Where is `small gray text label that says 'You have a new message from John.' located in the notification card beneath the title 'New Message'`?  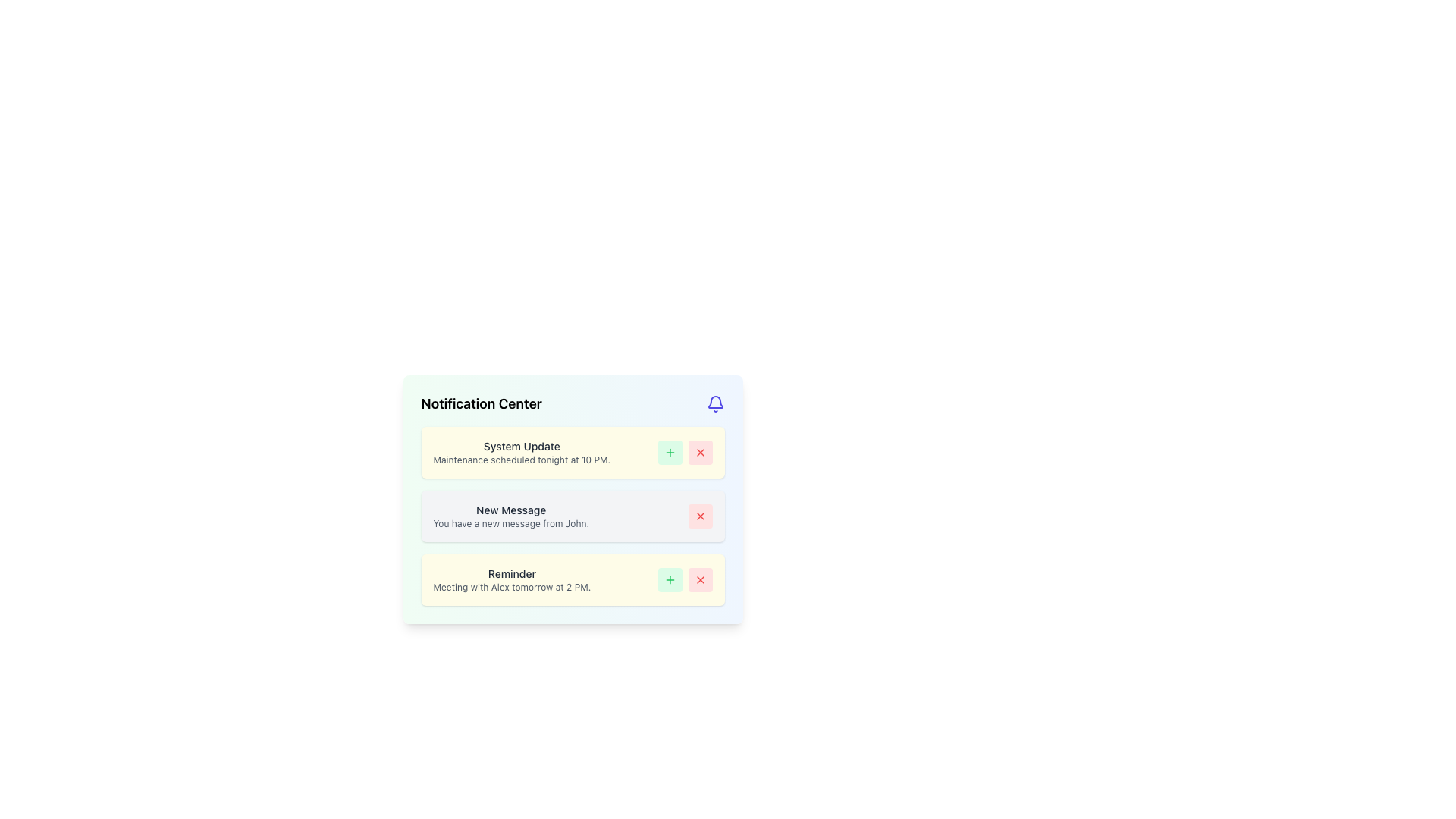 small gray text label that says 'You have a new message from John.' located in the notification card beneath the title 'New Message' is located at coordinates (511, 522).